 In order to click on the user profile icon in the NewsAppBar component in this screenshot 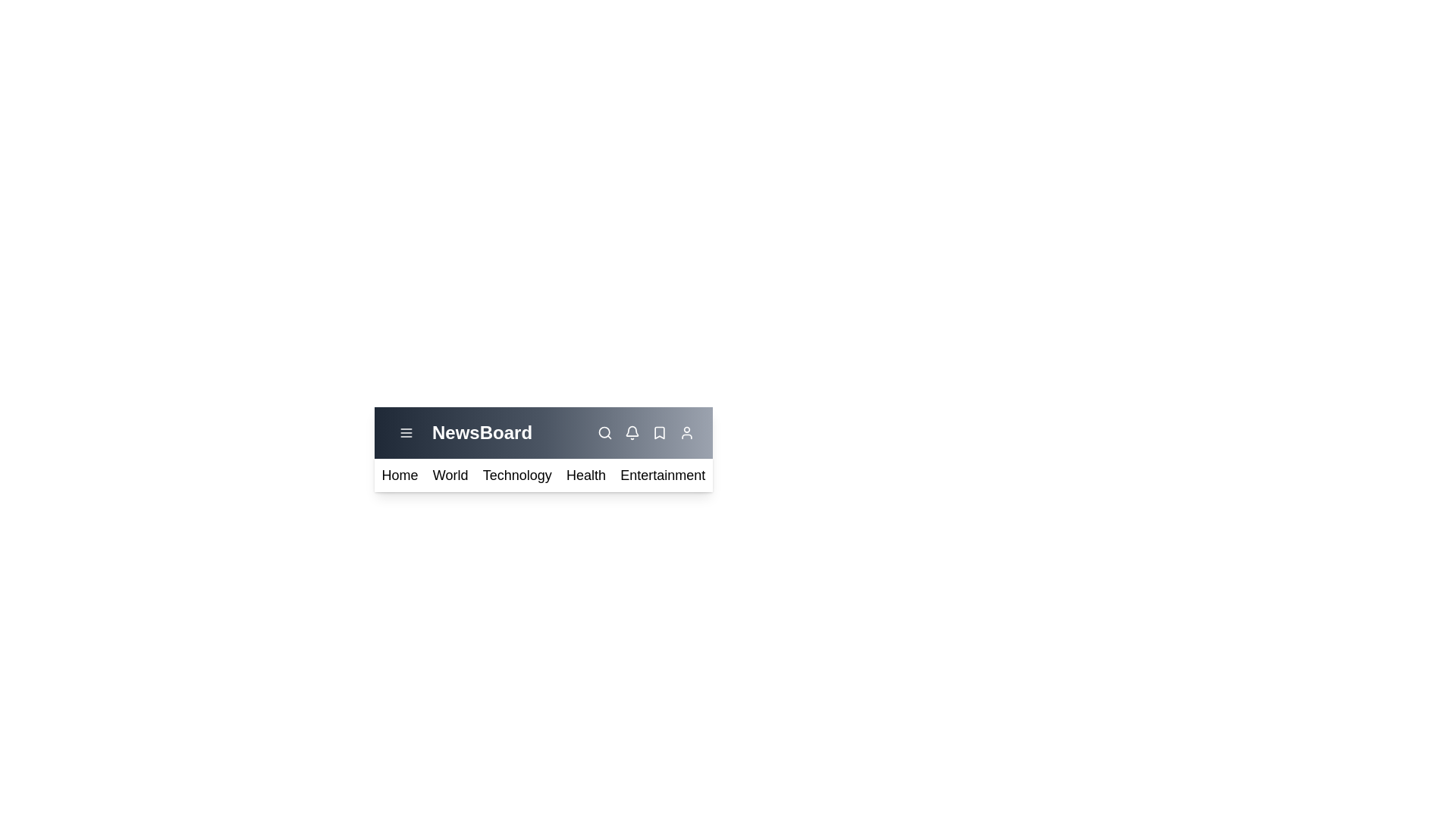, I will do `click(686, 432)`.